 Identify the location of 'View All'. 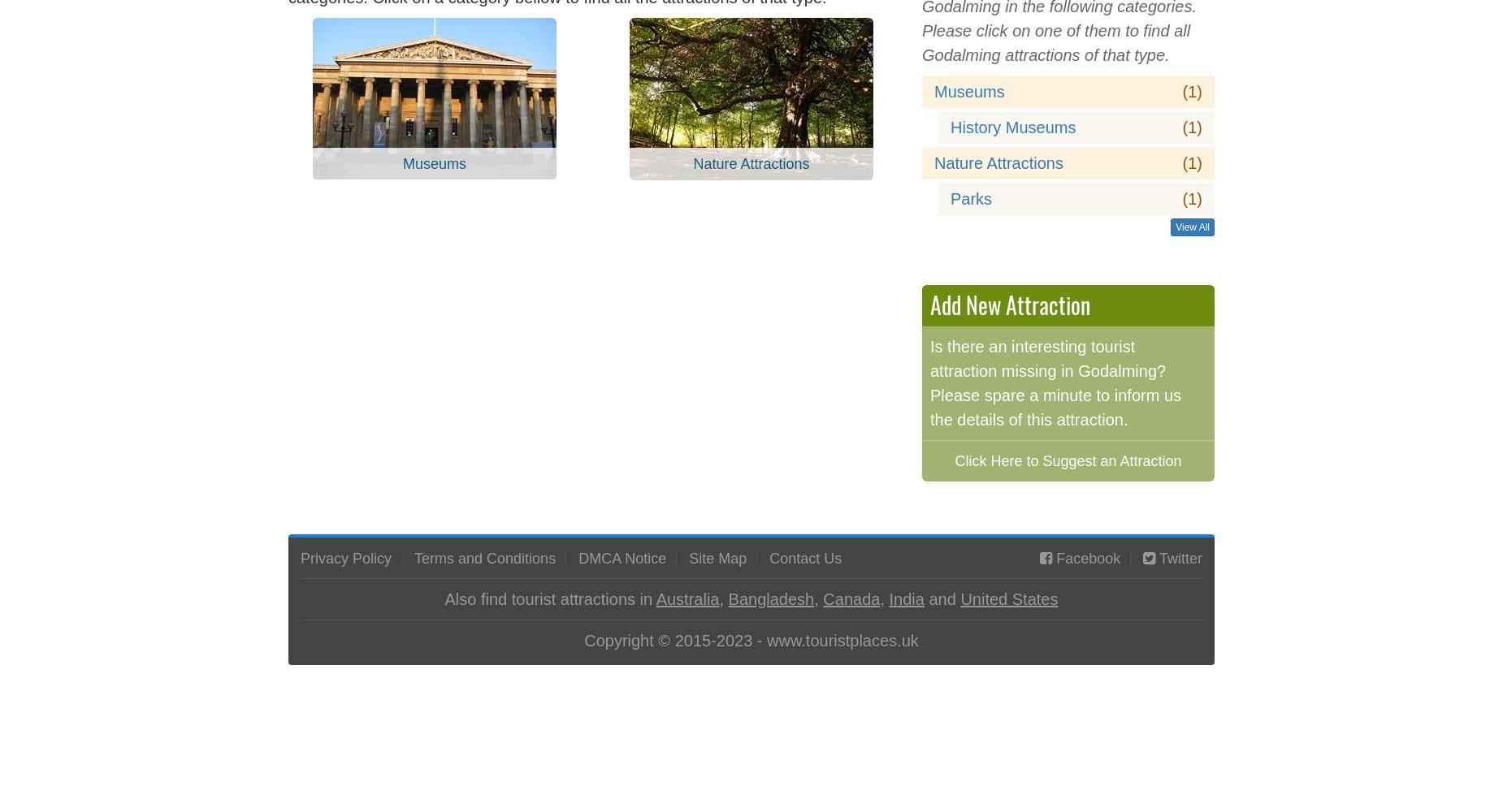
(1176, 227).